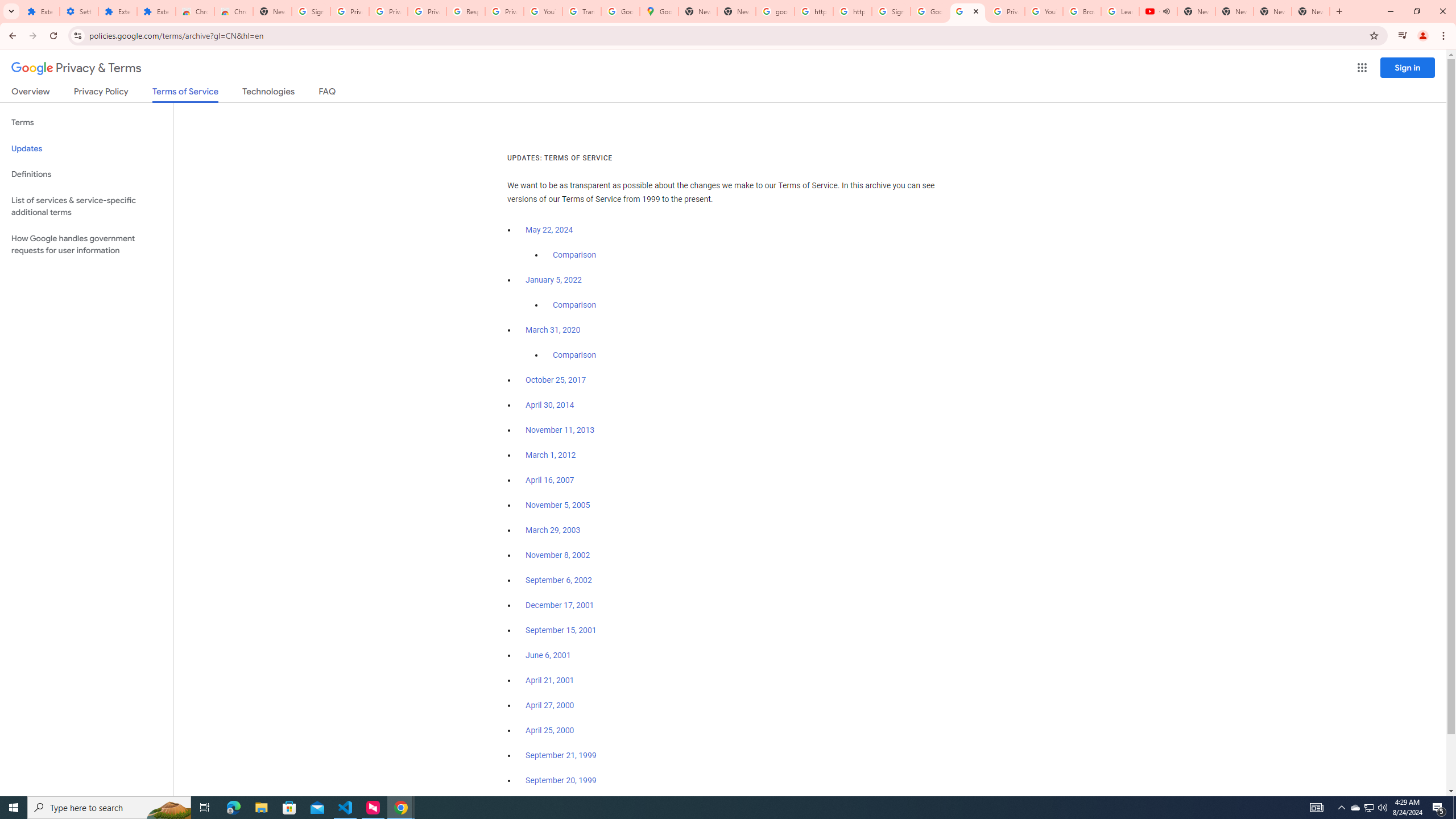 The width and height of the screenshot is (1456, 819). What do you see at coordinates (1043, 11) in the screenshot?
I see `'YouTube'` at bounding box center [1043, 11].